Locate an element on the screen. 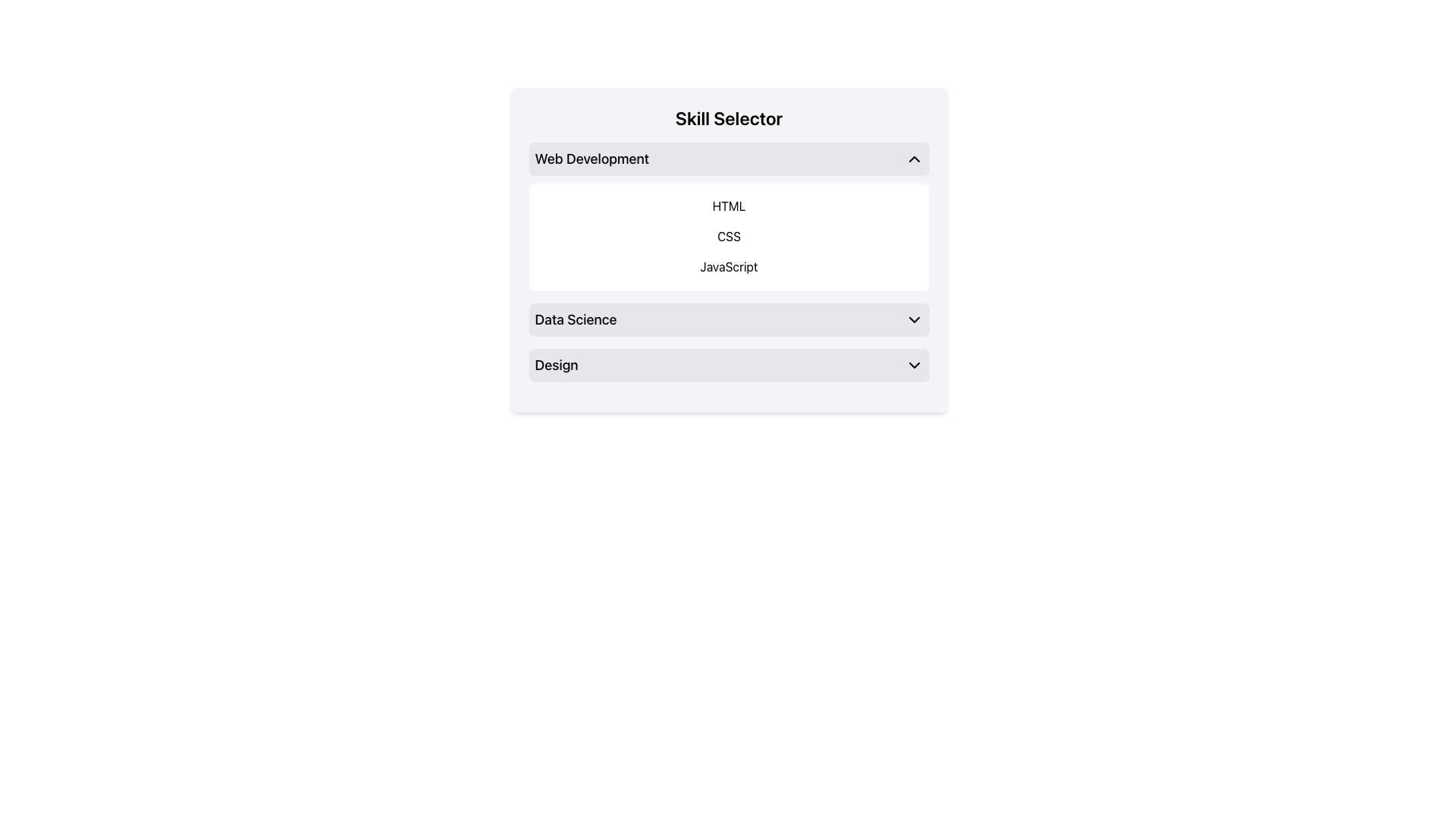 The height and width of the screenshot is (819, 1456). the first item in the 'Web Development' category list is located at coordinates (729, 206).